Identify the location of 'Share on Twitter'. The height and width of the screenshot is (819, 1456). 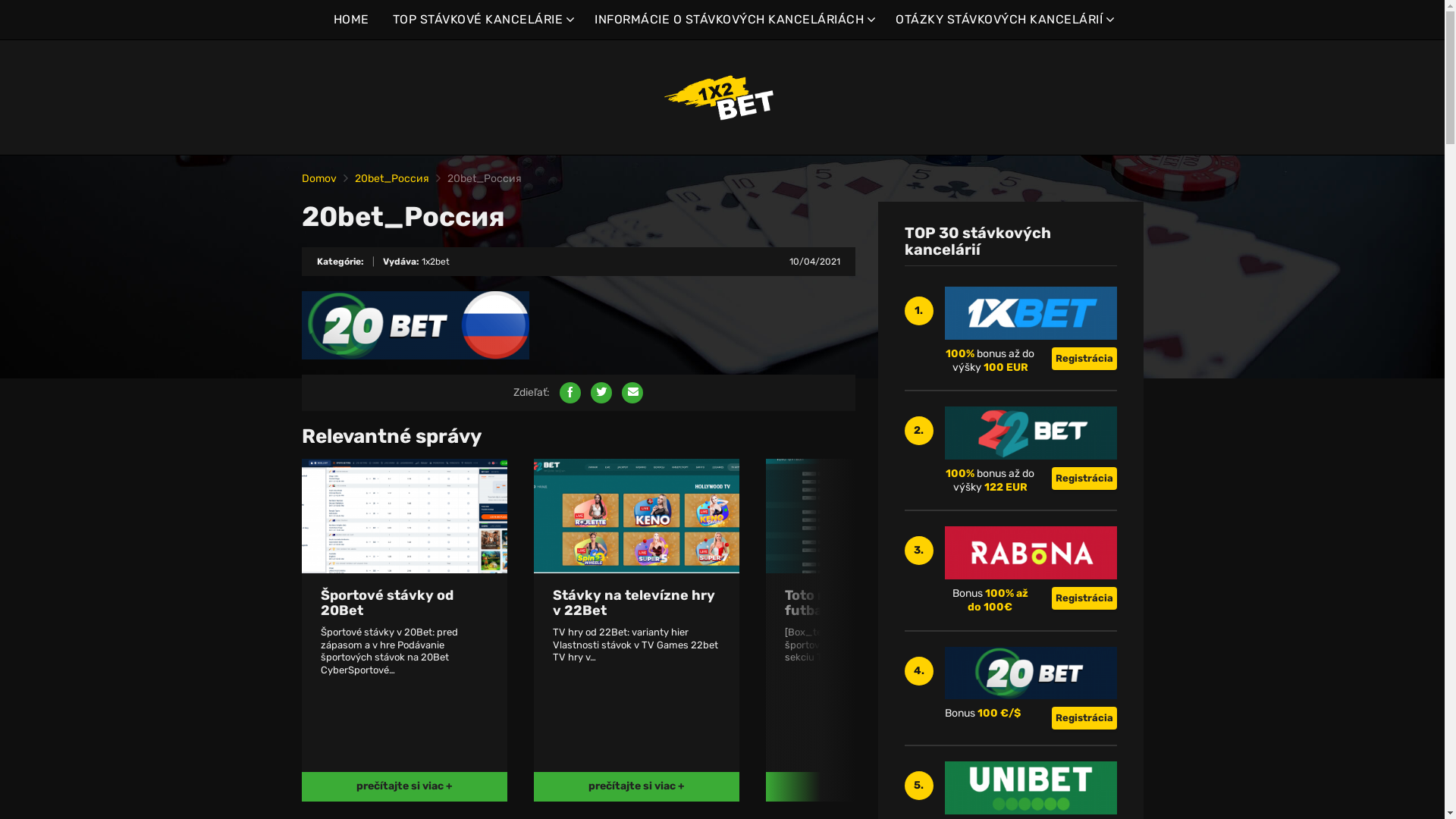
(600, 391).